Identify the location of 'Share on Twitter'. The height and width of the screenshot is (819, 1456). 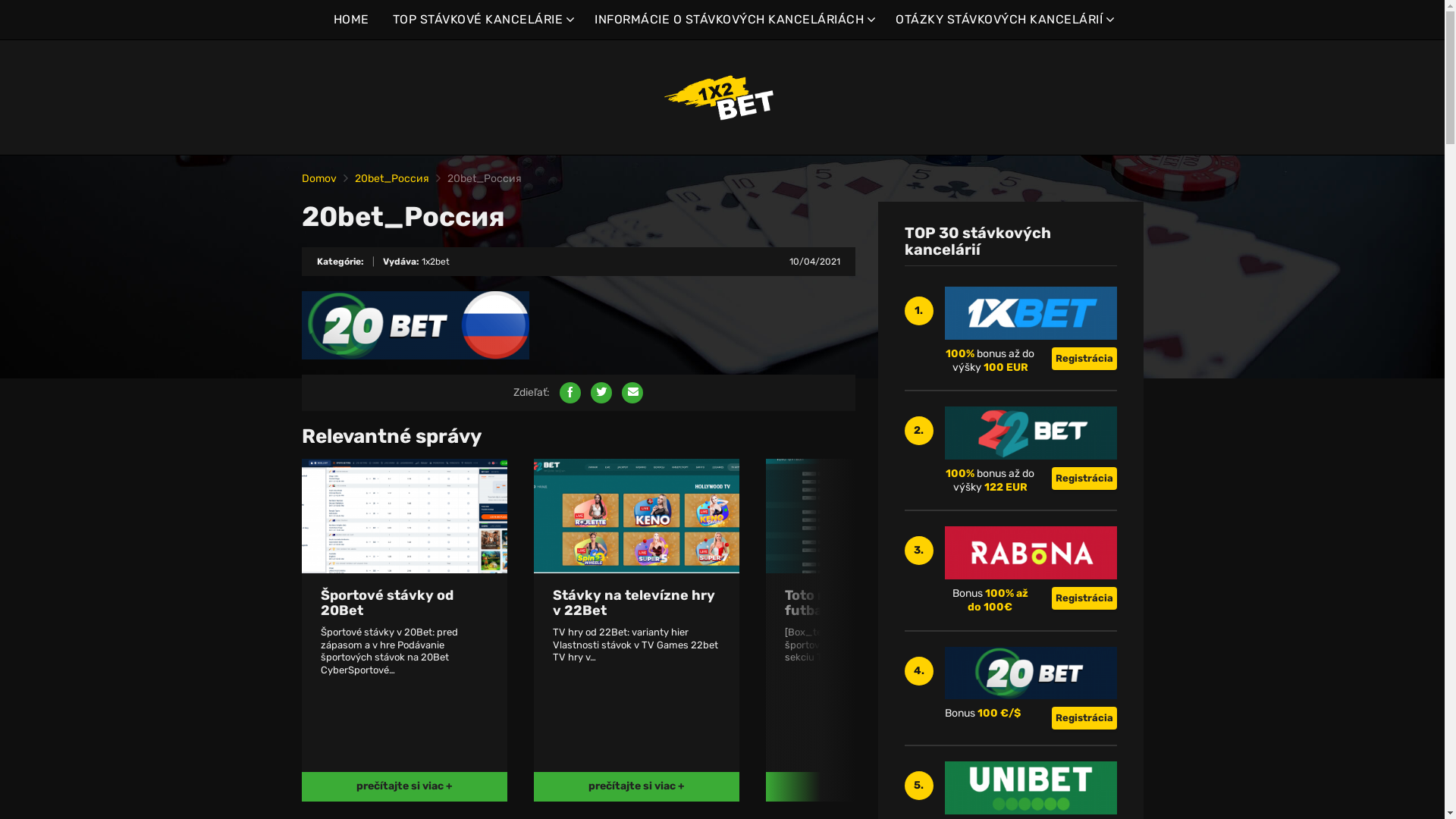
(600, 391).